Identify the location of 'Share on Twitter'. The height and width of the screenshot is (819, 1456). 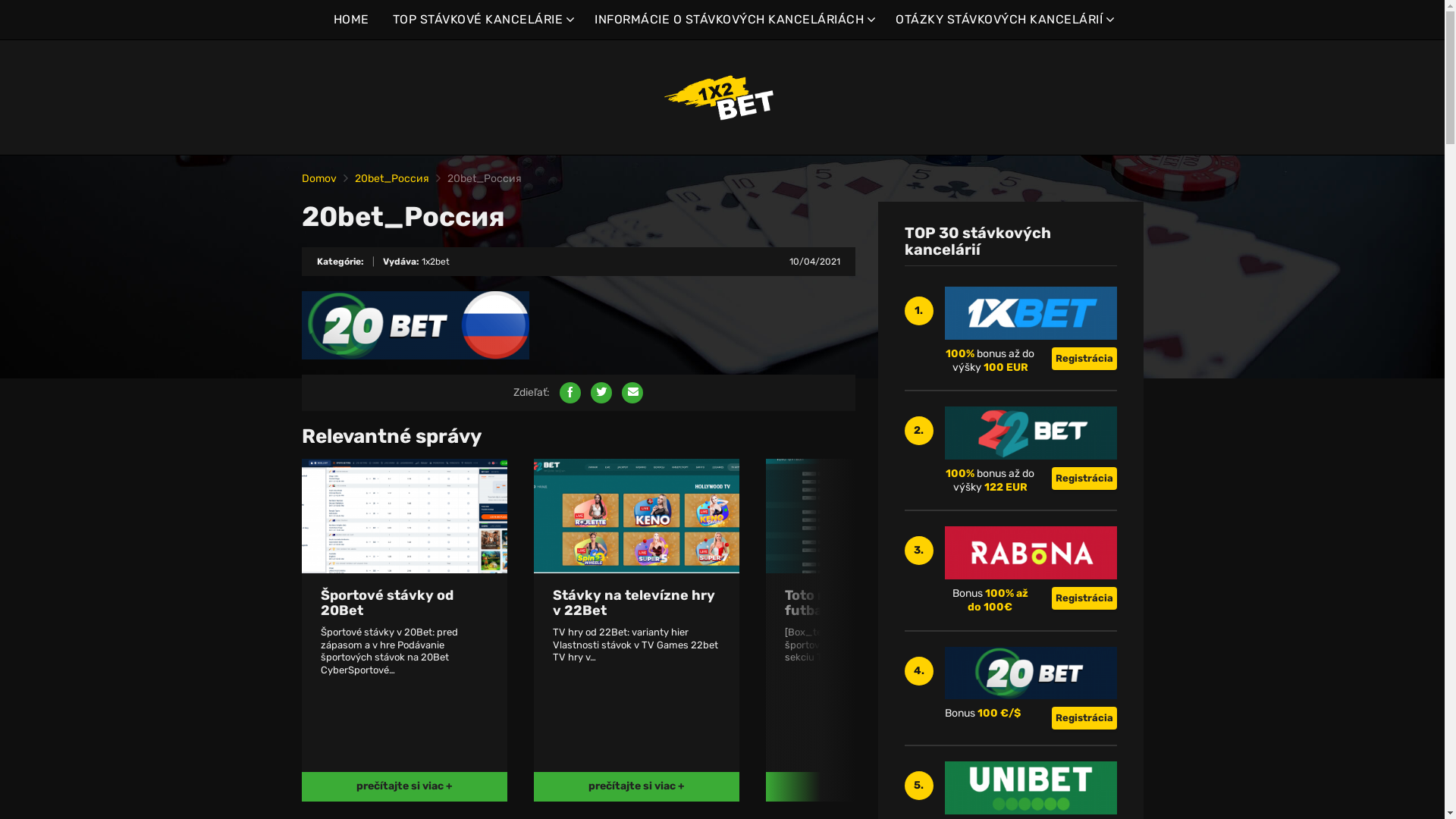
(600, 391).